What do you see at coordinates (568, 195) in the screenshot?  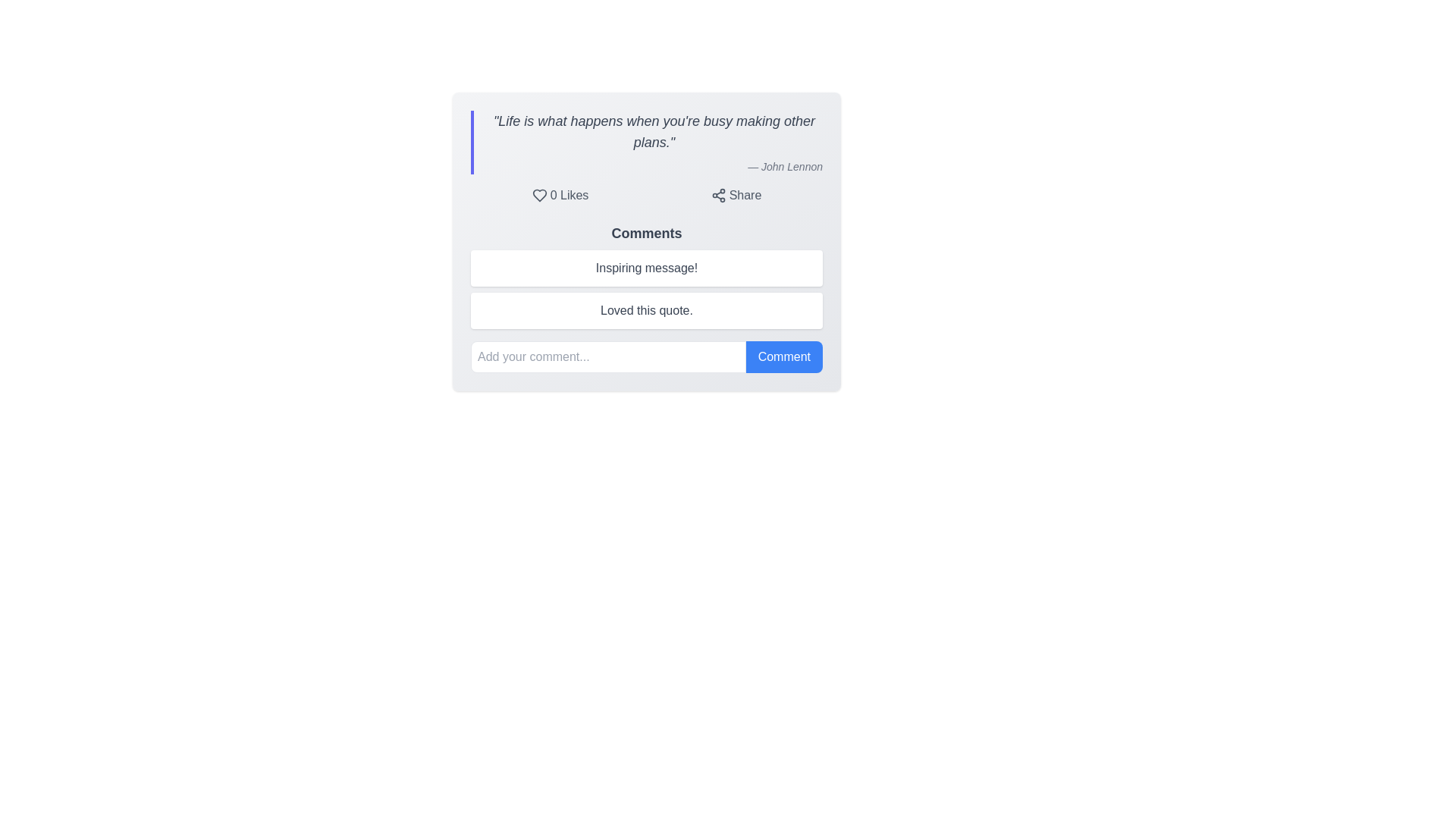 I see `the Text label displaying the current number of likes, which is adjacent to the heart-shaped icon and part of the grouping beneath the quote text` at bounding box center [568, 195].